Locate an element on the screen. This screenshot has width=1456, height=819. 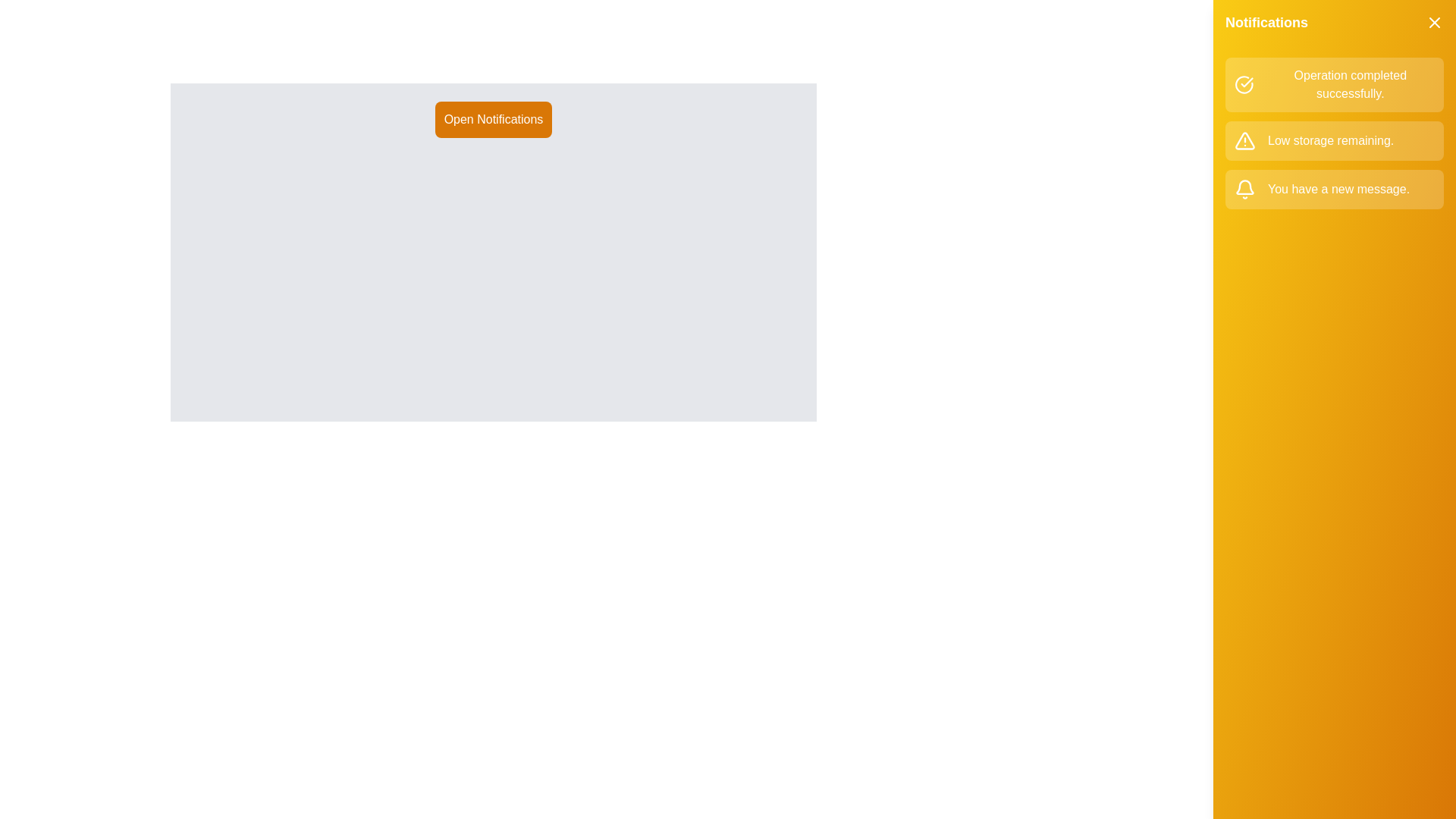
the notification icon corresponding to warning is located at coordinates (1244, 140).